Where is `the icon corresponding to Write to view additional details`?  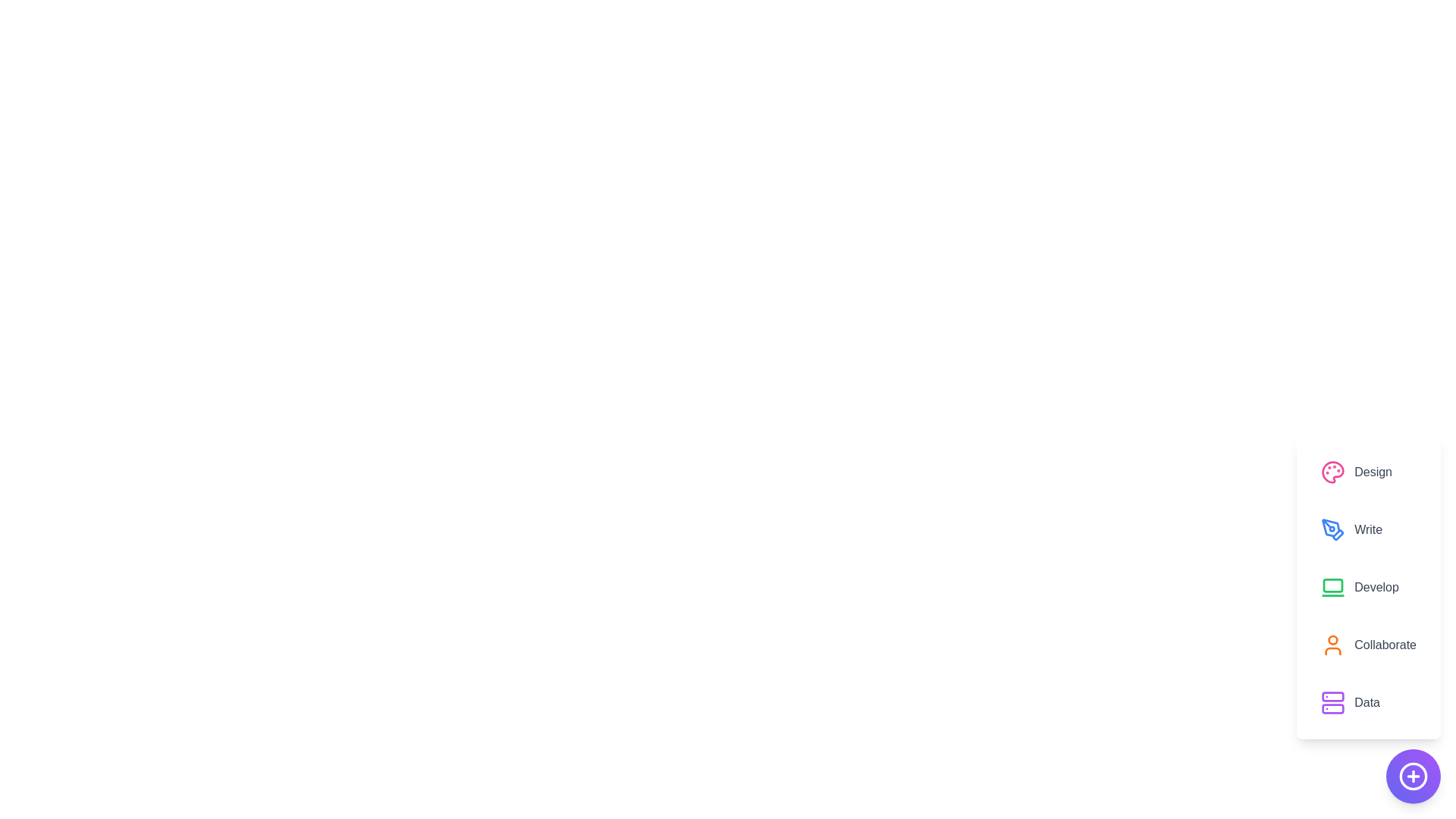 the icon corresponding to Write to view additional details is located at coordinates (1332, 529).